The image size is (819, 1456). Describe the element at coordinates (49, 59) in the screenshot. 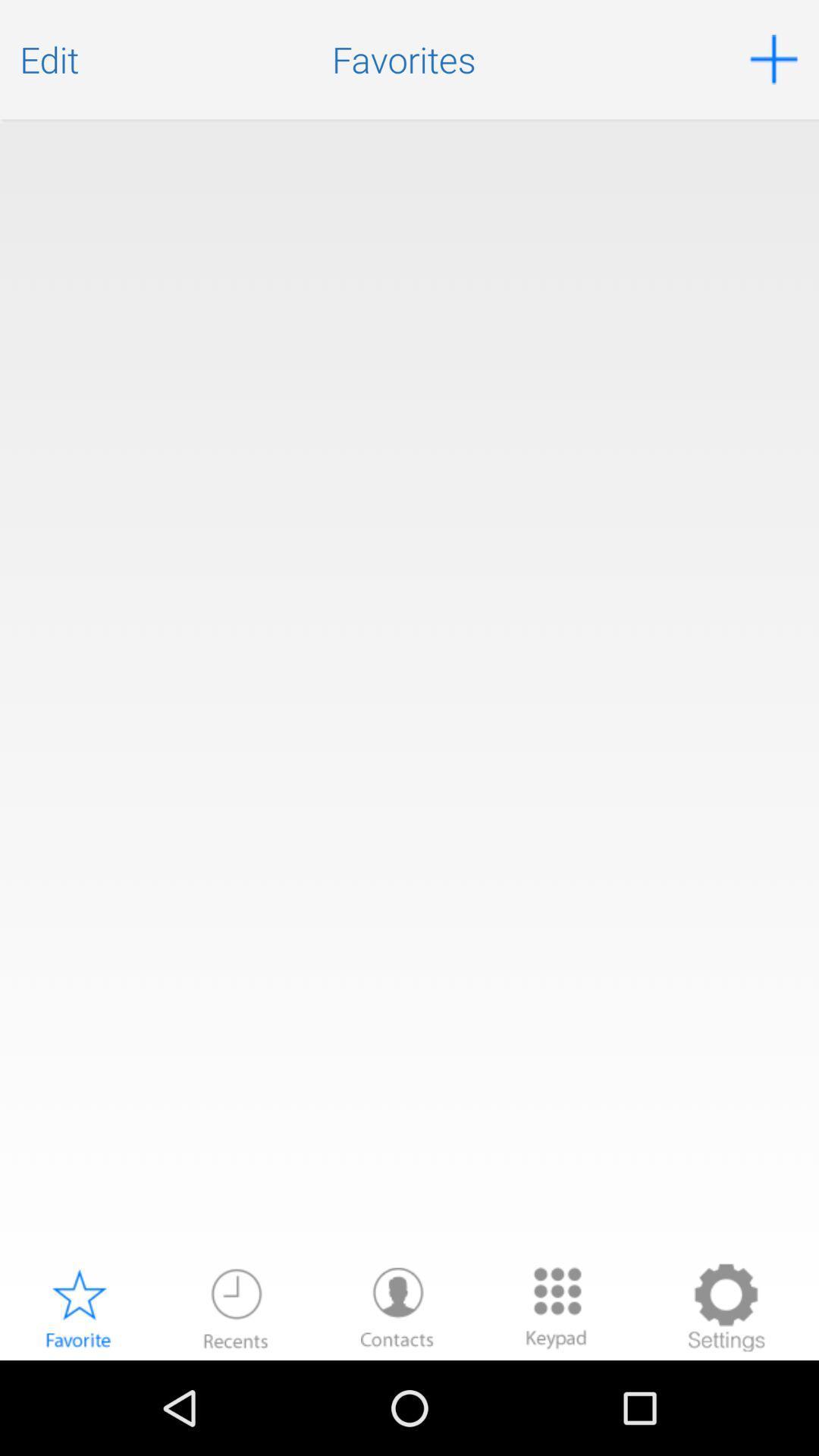

I see `the edit icon` at that location.